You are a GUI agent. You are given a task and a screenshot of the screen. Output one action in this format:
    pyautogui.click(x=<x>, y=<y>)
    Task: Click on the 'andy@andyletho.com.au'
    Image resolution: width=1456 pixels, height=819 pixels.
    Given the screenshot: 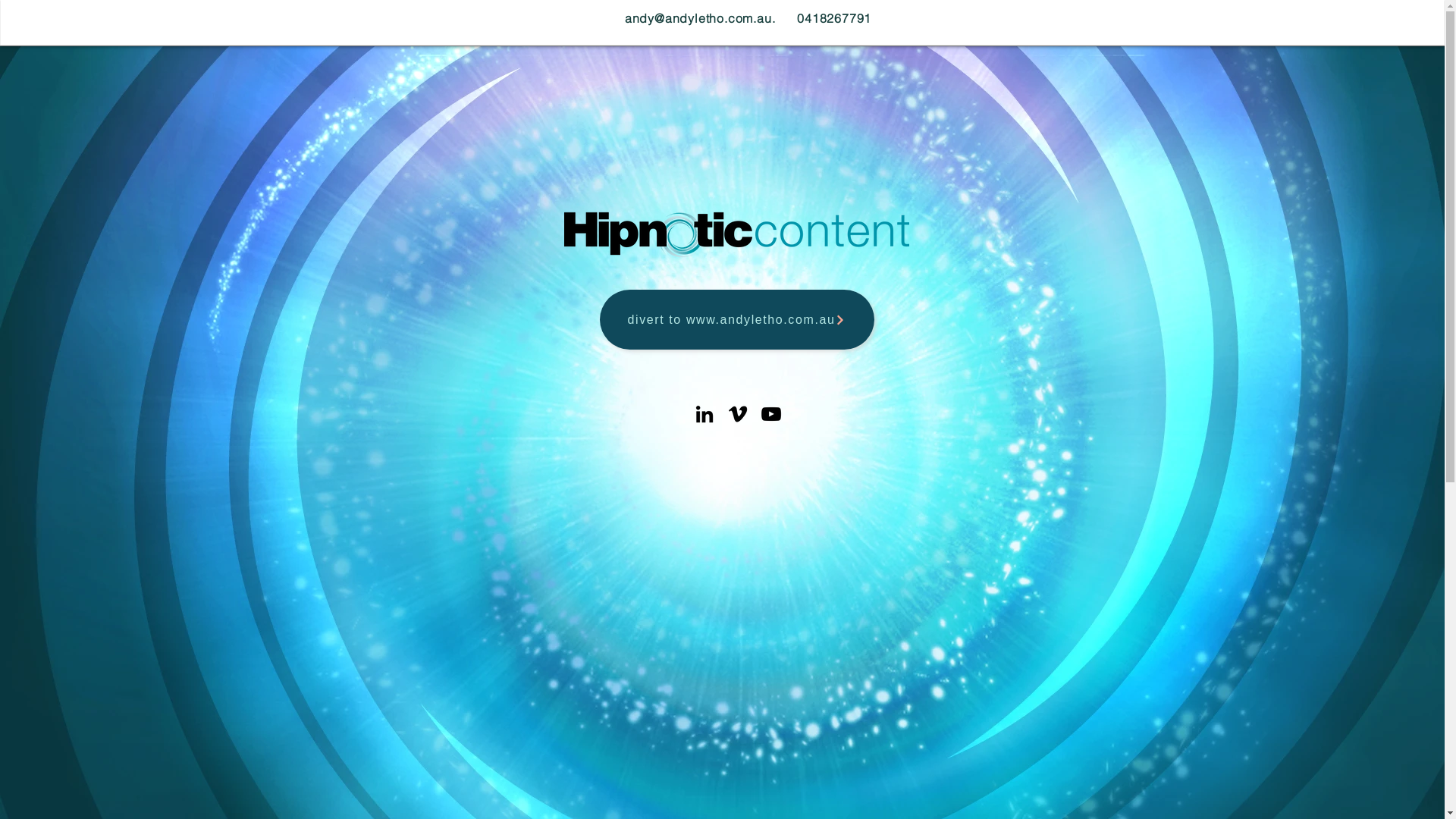 What is the action you would take?
    pyautogui.click(x=698, y=17)
    